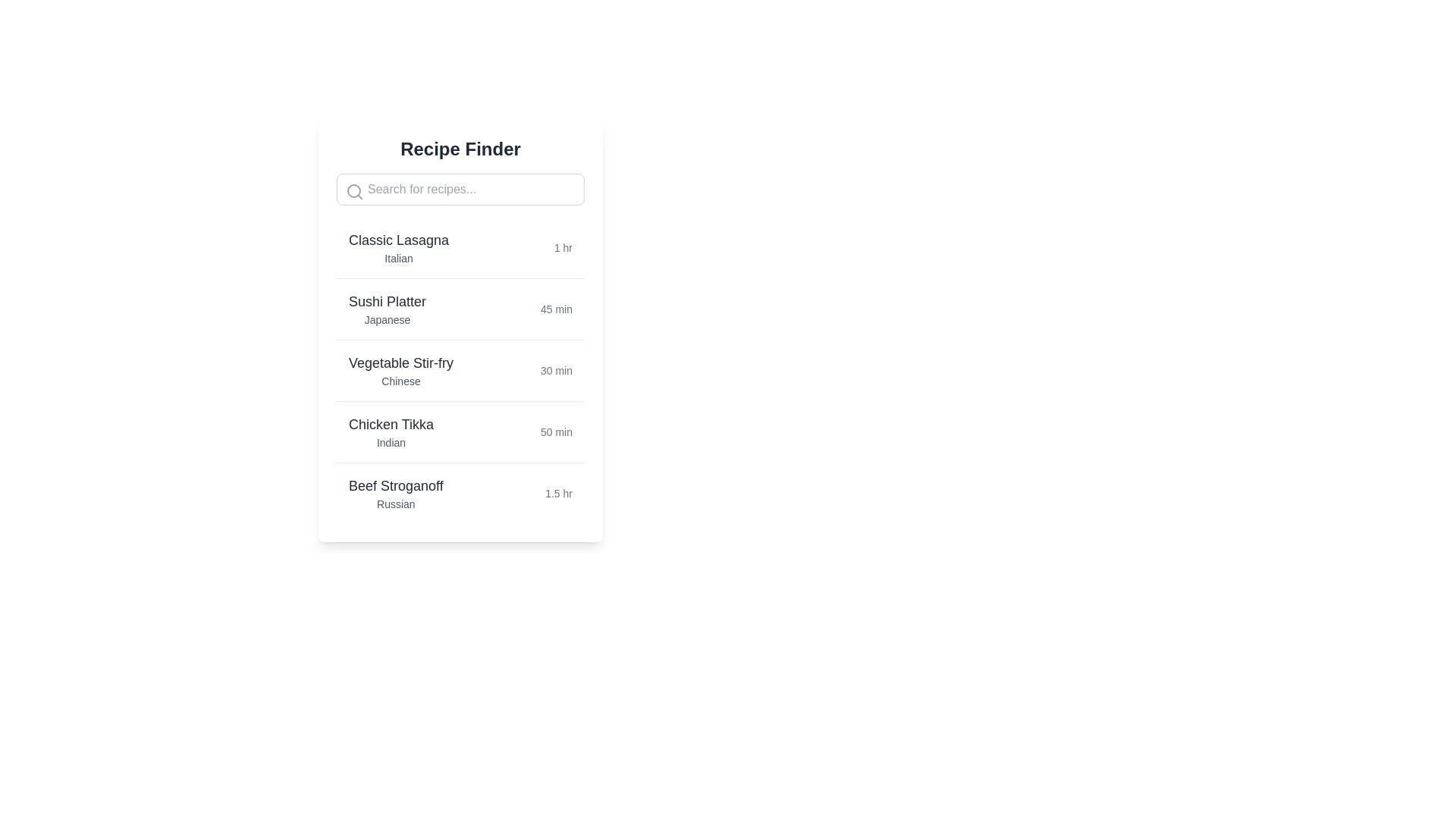 The image size is (1456, 819). What do you see at coordinates (391, 442) in the screenshot?
I see `text content of the Text Label that describes the cuisine type for the recipe 'Chicken Tikka', located below the recipe title in the Recipe Finder list` at bounding box center [391, 442].